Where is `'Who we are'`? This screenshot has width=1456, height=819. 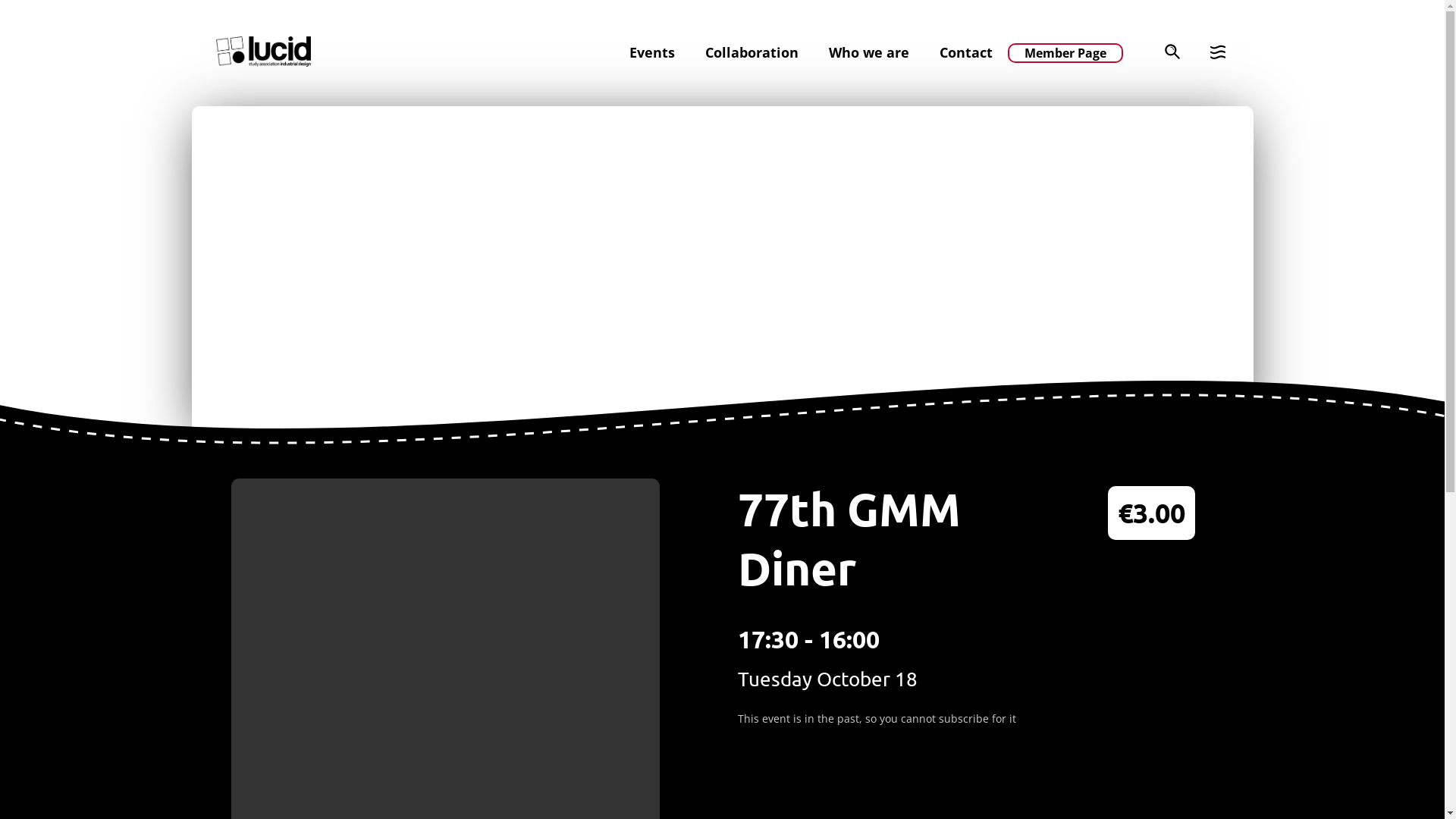
'Who we are' is located at coordinates (868, 52).